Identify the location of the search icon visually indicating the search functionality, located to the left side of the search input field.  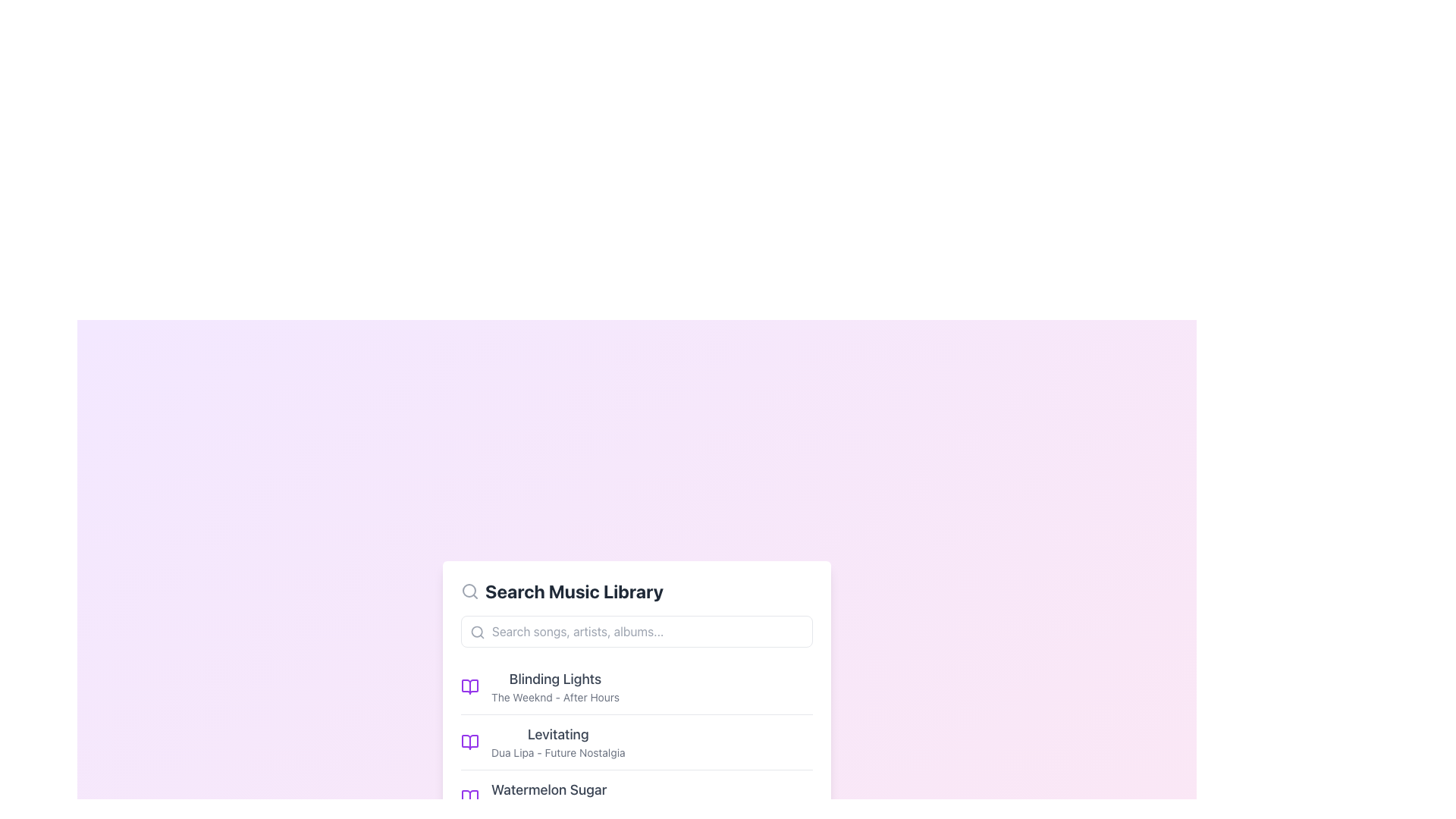
(476, 632).